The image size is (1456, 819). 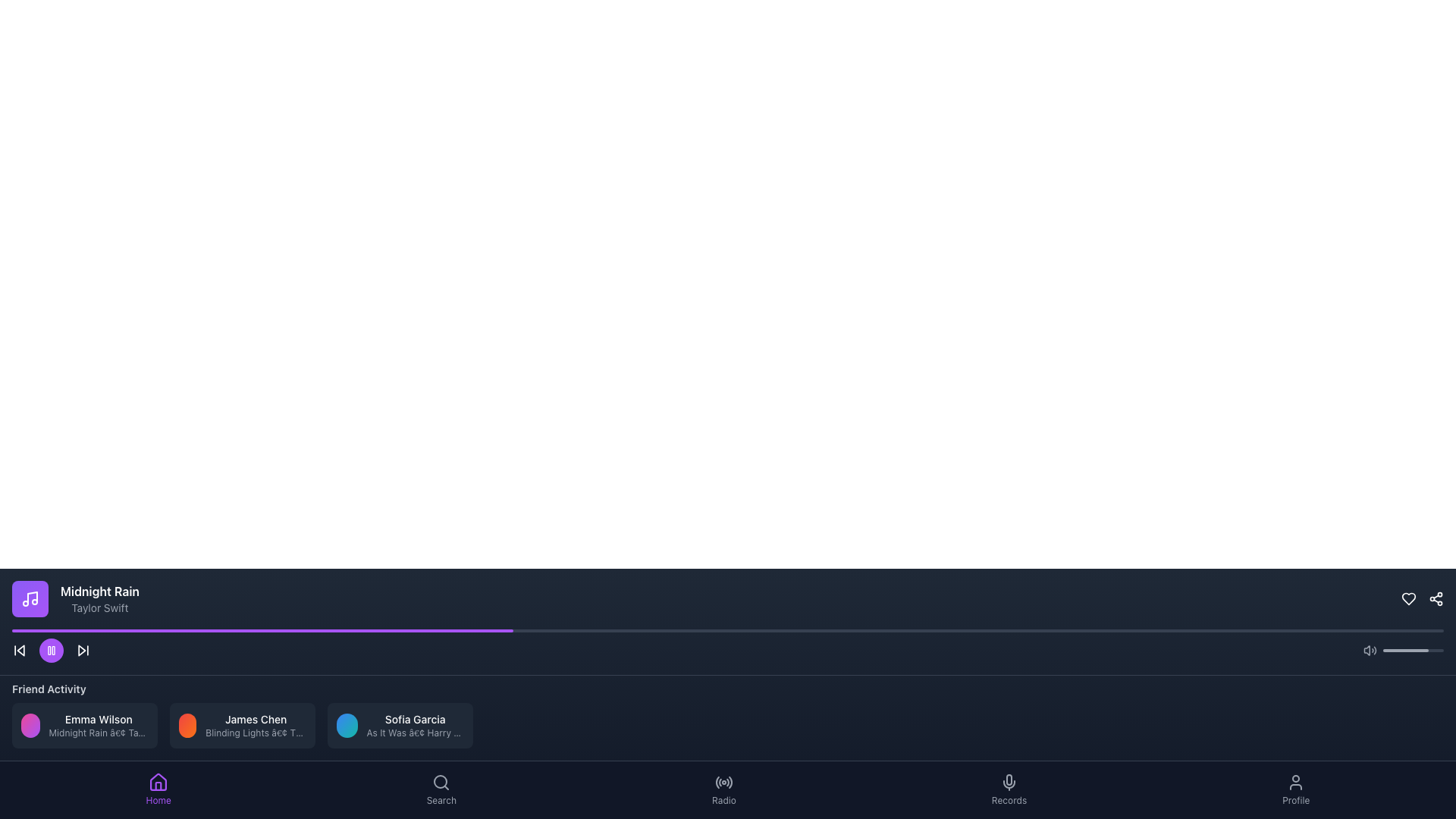 What do you see at coordinates (1009, 800) in the screenshot?
I see `the static text label that reads 'Records', which is located in the navigation bar below the microphone icon` at bounding box center [1009, 800].